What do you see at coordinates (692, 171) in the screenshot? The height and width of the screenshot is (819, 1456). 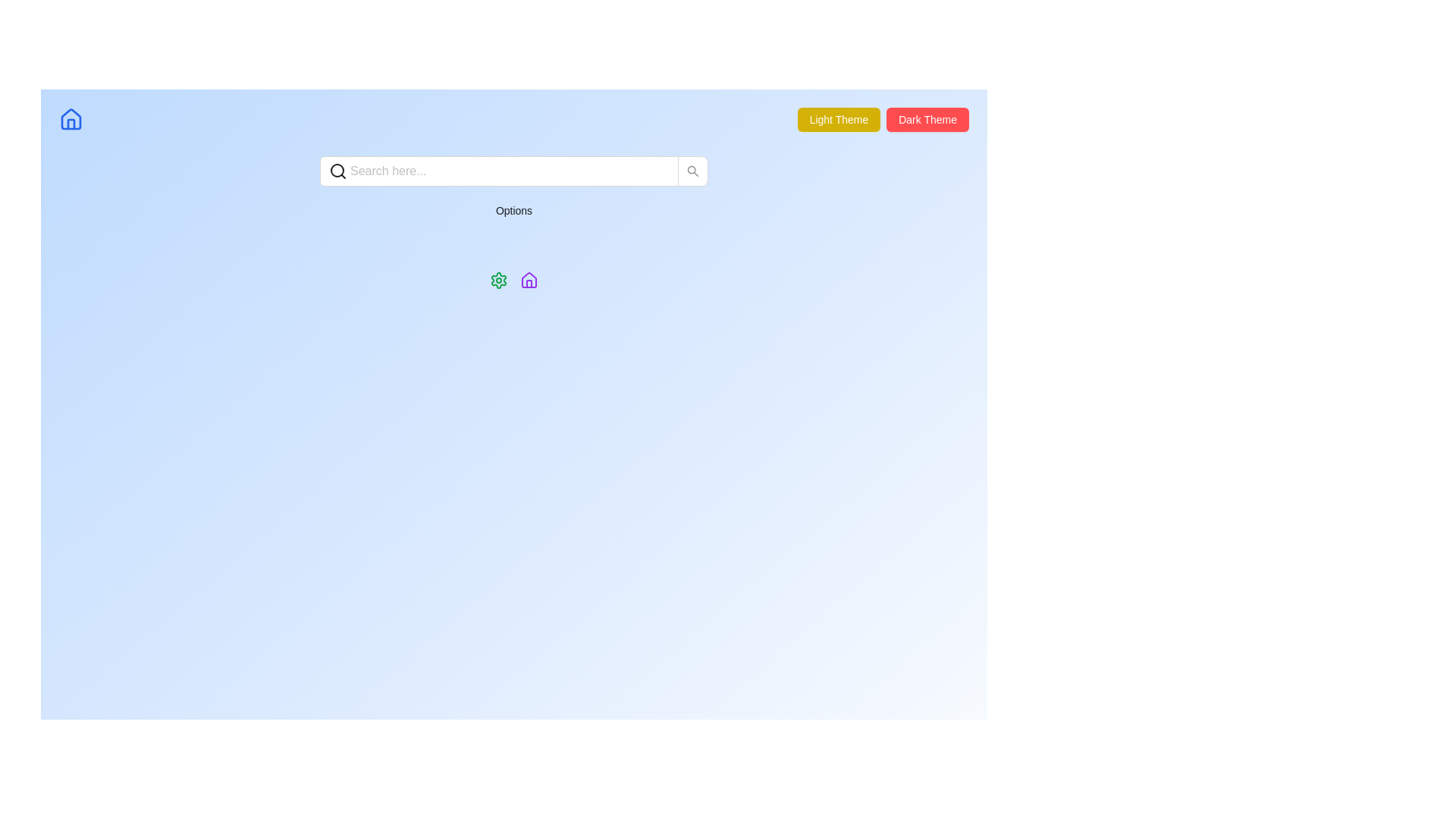 I see `the search button located at the far right of the search bar` at bounding box center [692, 171].